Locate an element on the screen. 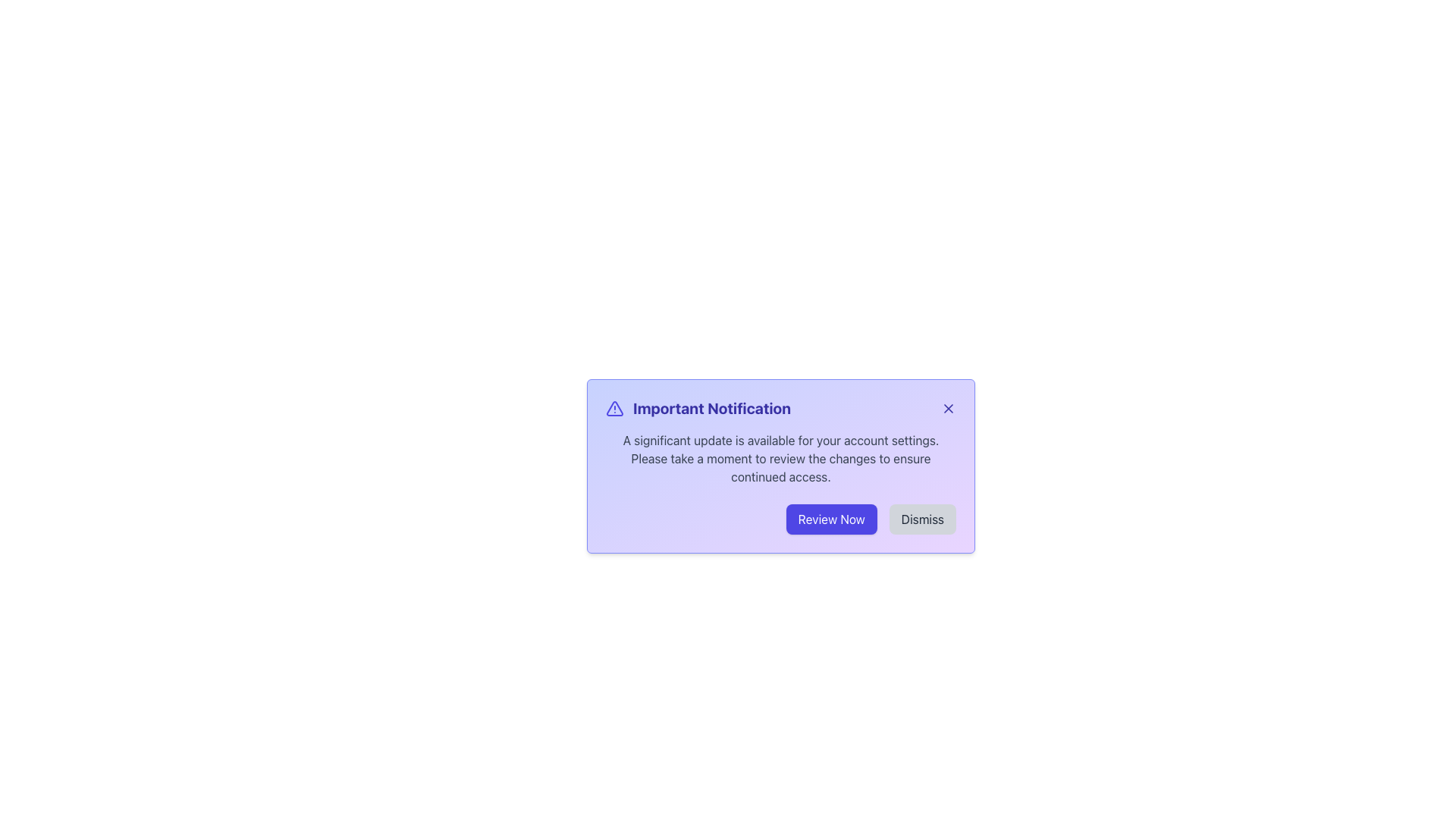 The image size is (1456, 819). the button located at the top-right corner of the notification panel, adjacent to the text 'Important Notification', for accessibility purposes is located at coordinates (948, 408).